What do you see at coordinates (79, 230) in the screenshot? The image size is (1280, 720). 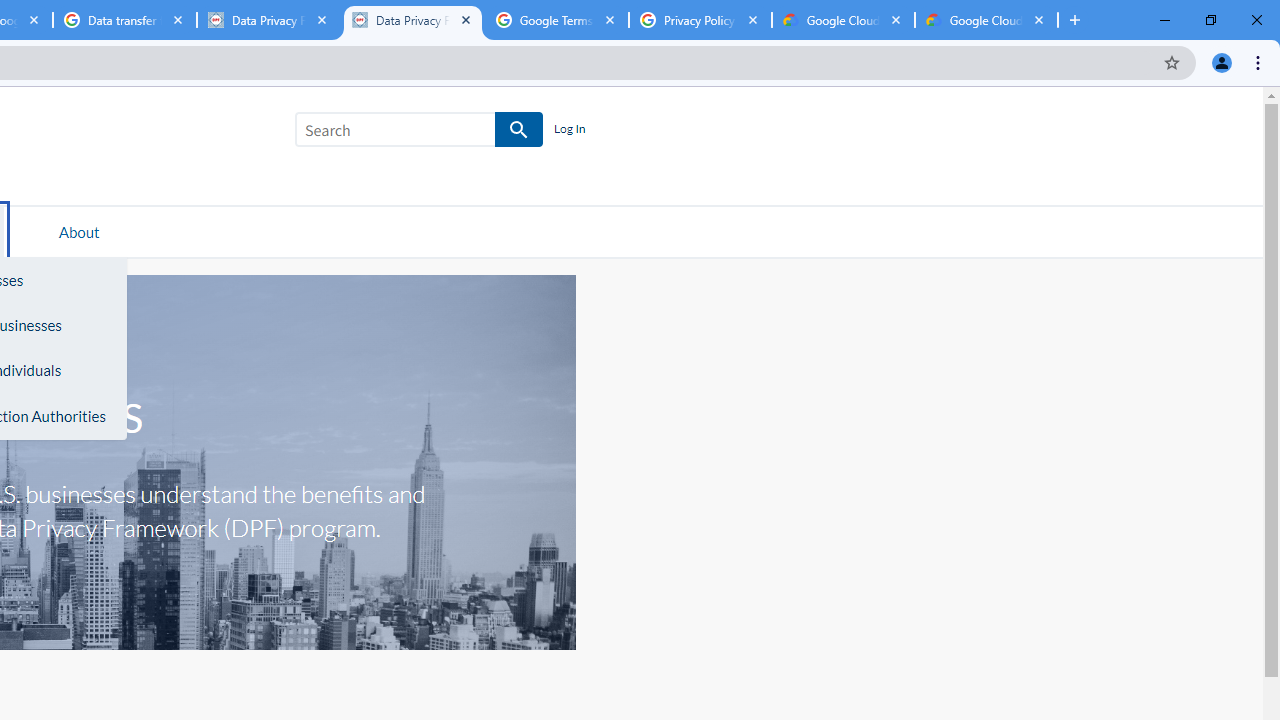 I see `'AutomationID: navitem2'` at bounding box center [79, 230].